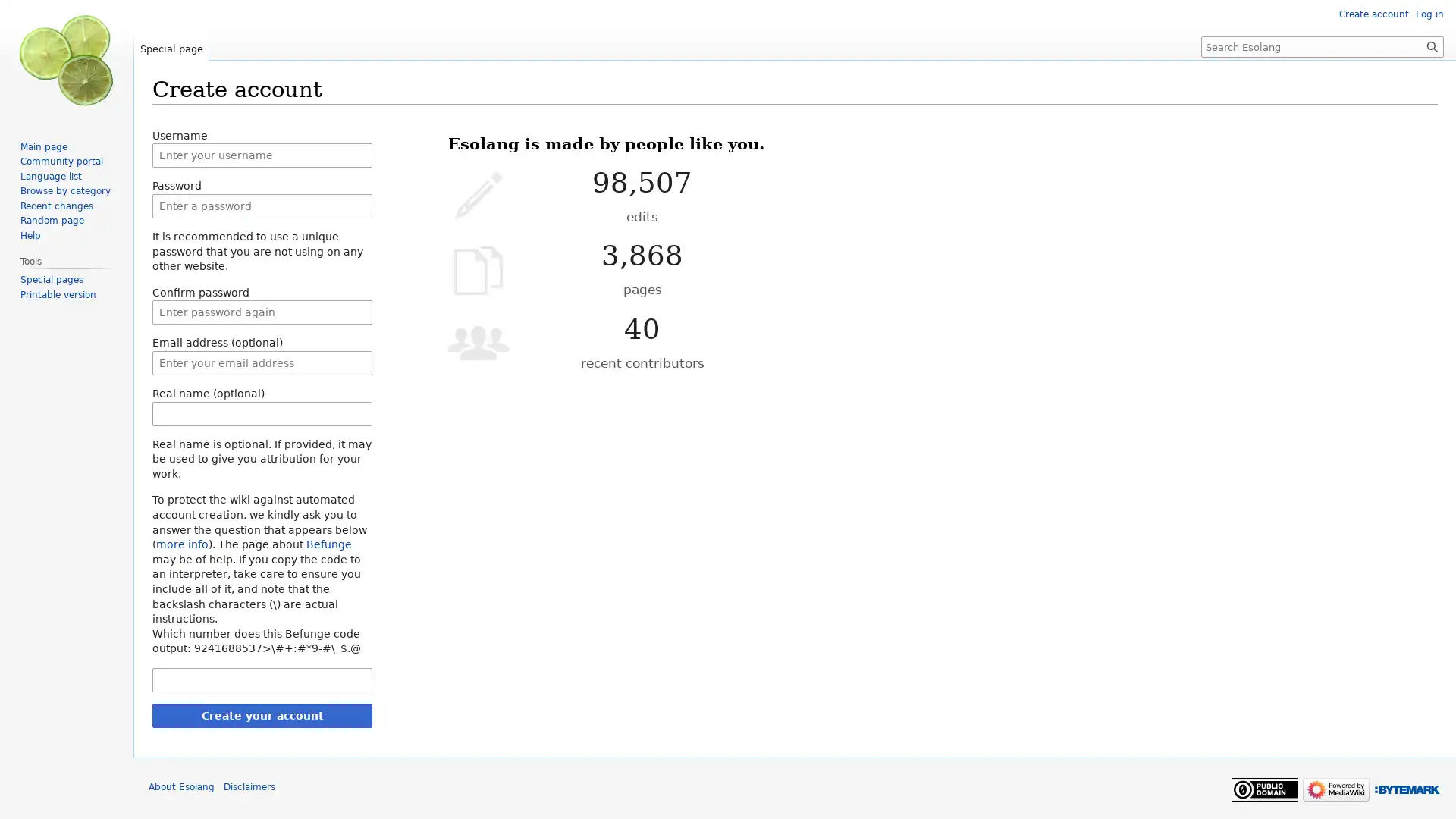  I want to click on Create your account, so click(262, 714).